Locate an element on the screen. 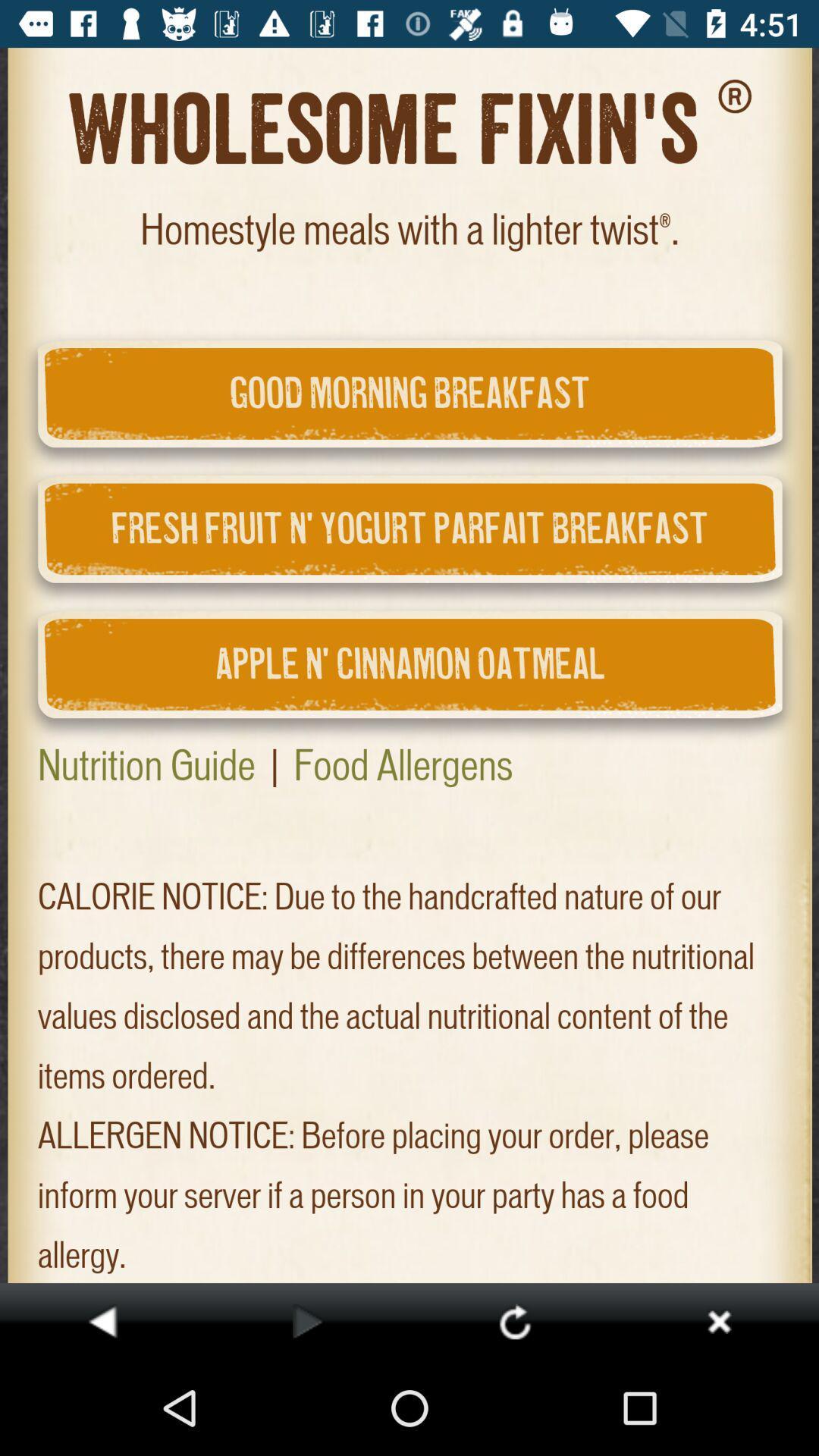  the arrow_backward icon is located at coordinates (102, 1320).